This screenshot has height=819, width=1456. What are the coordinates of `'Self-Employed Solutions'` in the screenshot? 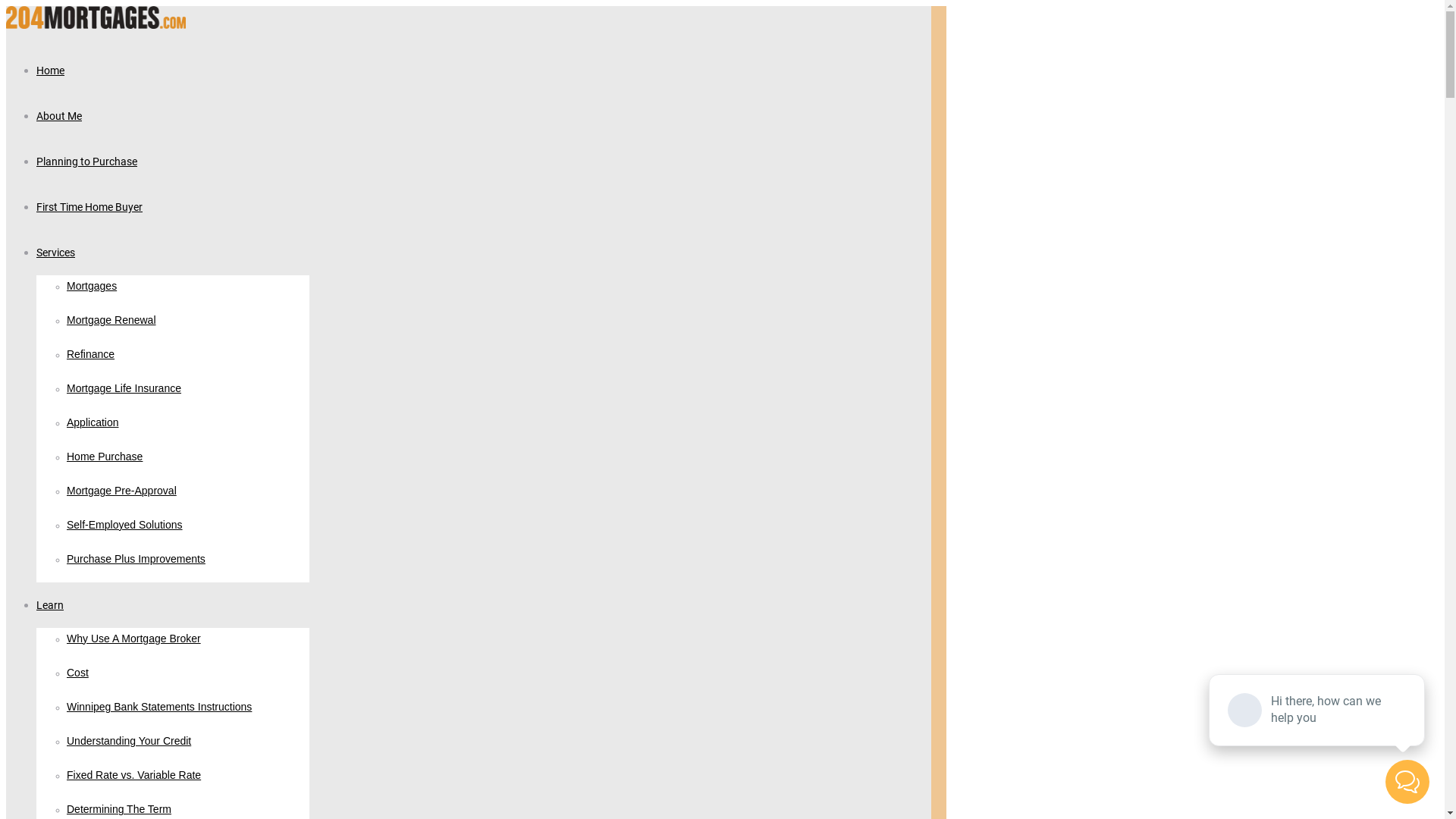 It's located at (124, 525).